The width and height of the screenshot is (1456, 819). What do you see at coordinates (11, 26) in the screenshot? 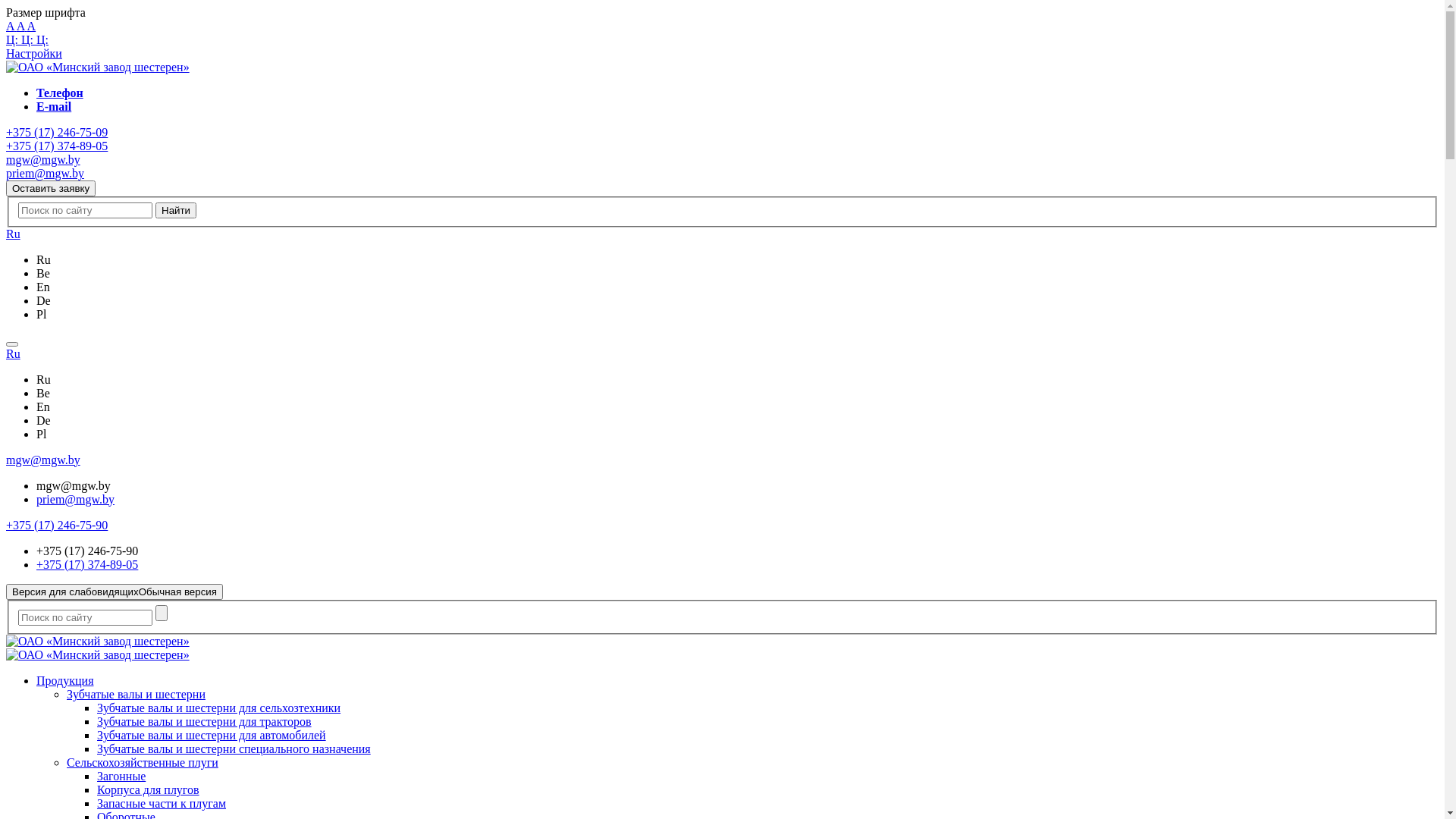
I see `'A'` at bounding box center [11, 26].